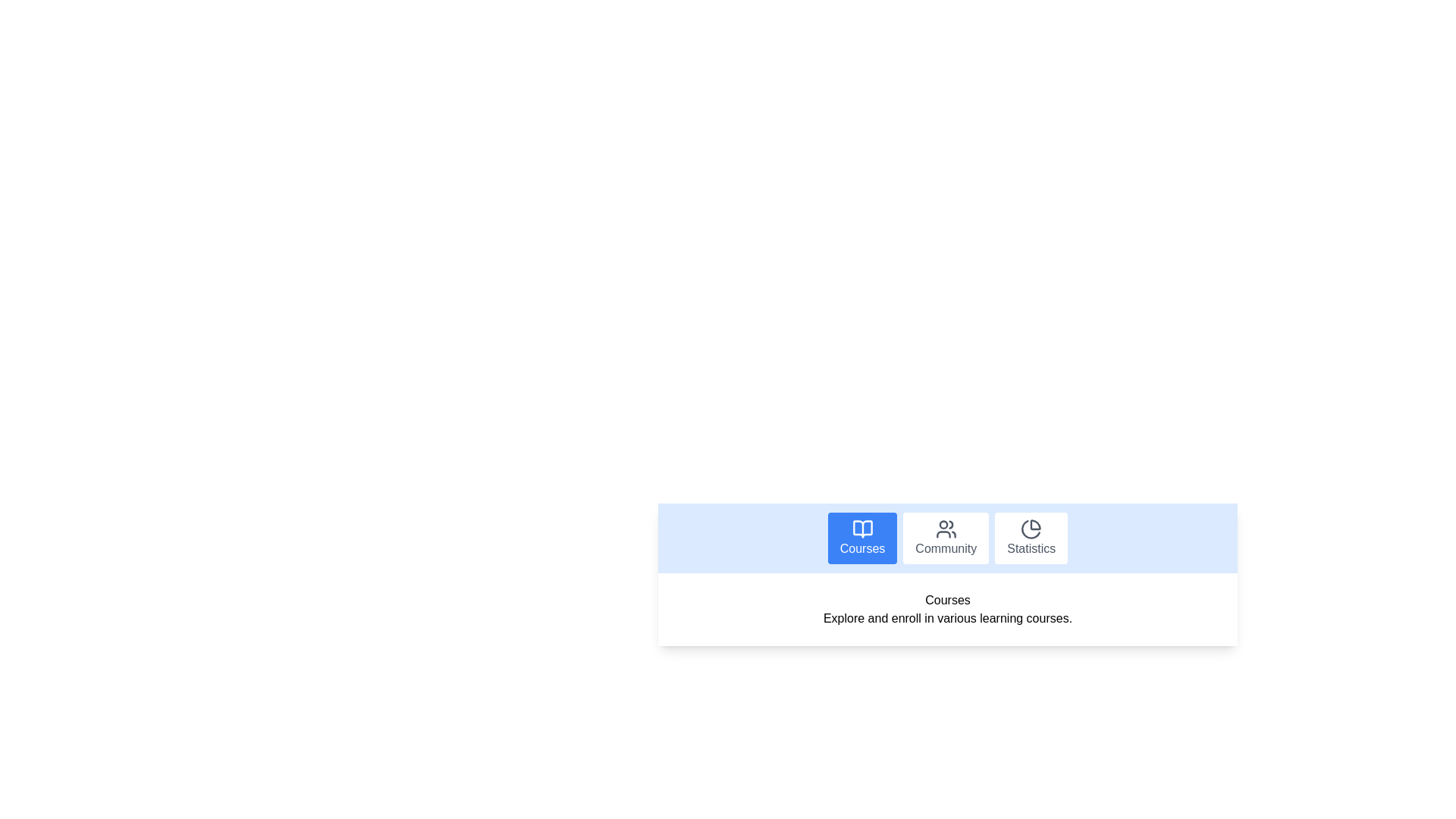  What do you see at coordinates (945, 537) in the screenshot?
I see `the Community tab` at bounding box center [945, 537].